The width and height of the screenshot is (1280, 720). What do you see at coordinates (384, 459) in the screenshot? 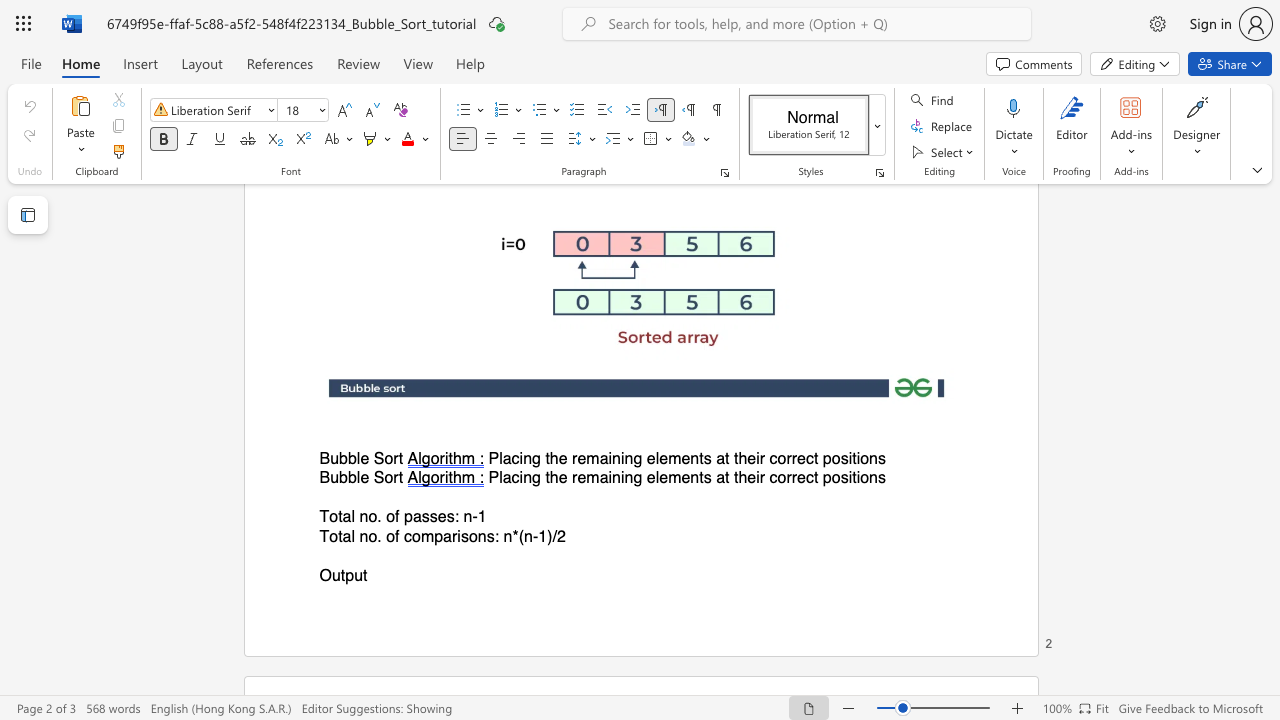
I see `the subset text "ort" within the text "Bubble Sort"` at bounding box center [384, 459].